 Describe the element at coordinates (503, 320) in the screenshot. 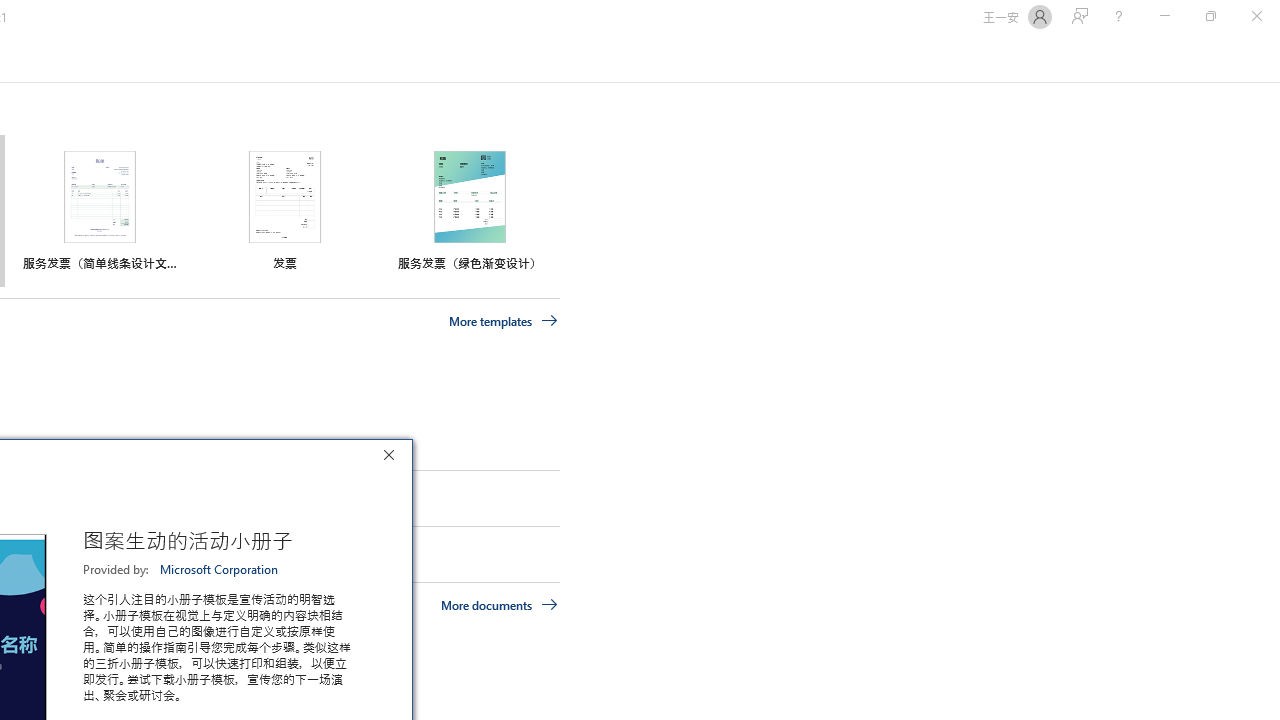

I see `'More templates'` at that location.